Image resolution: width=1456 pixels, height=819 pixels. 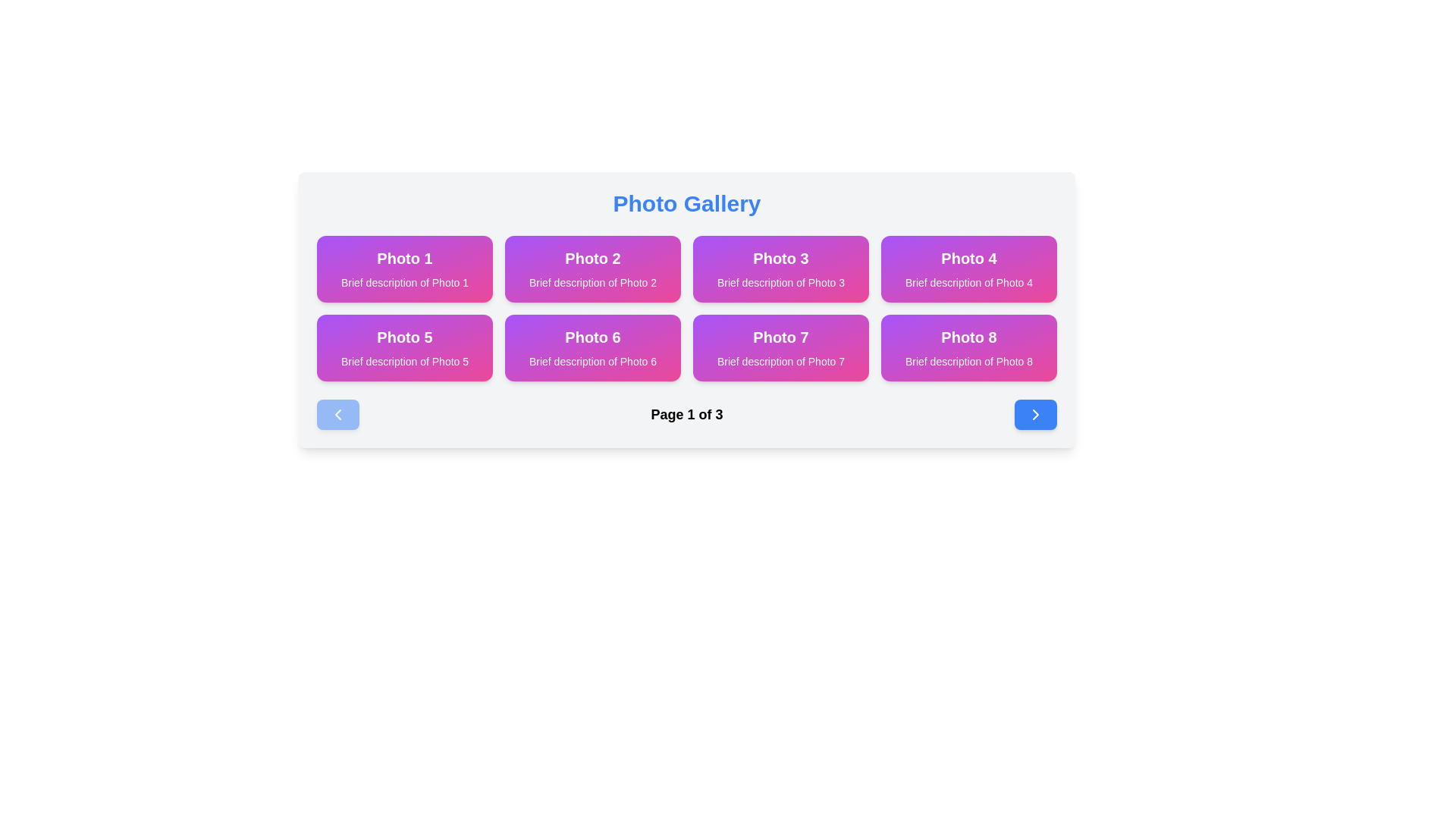 I want to click on the card labeled 'Photo 7' located in the second row and third column of the grid layout, so click(x=781, y=348).